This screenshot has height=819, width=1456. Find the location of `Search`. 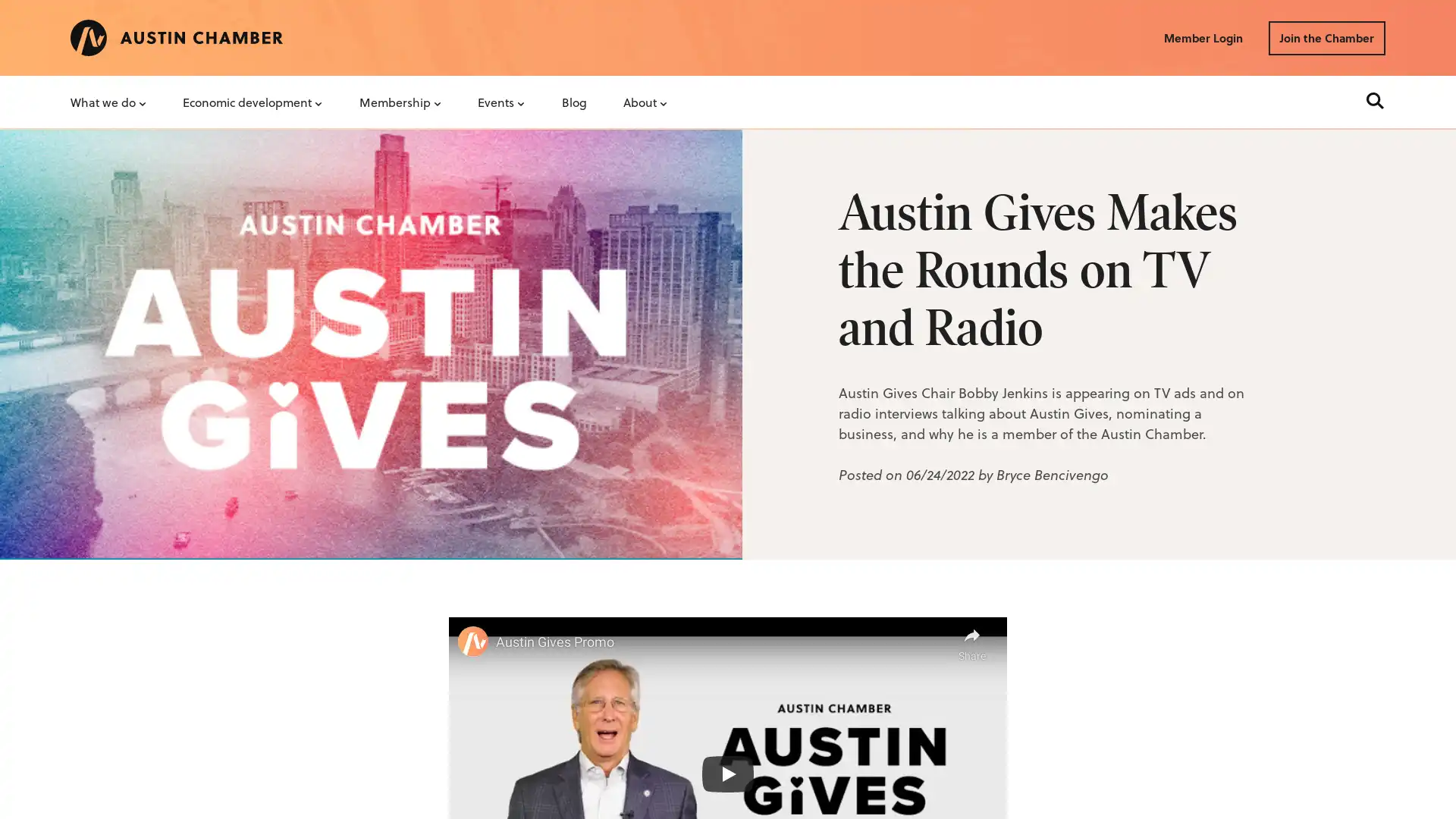

Search is located at coordinates (1375, 102).